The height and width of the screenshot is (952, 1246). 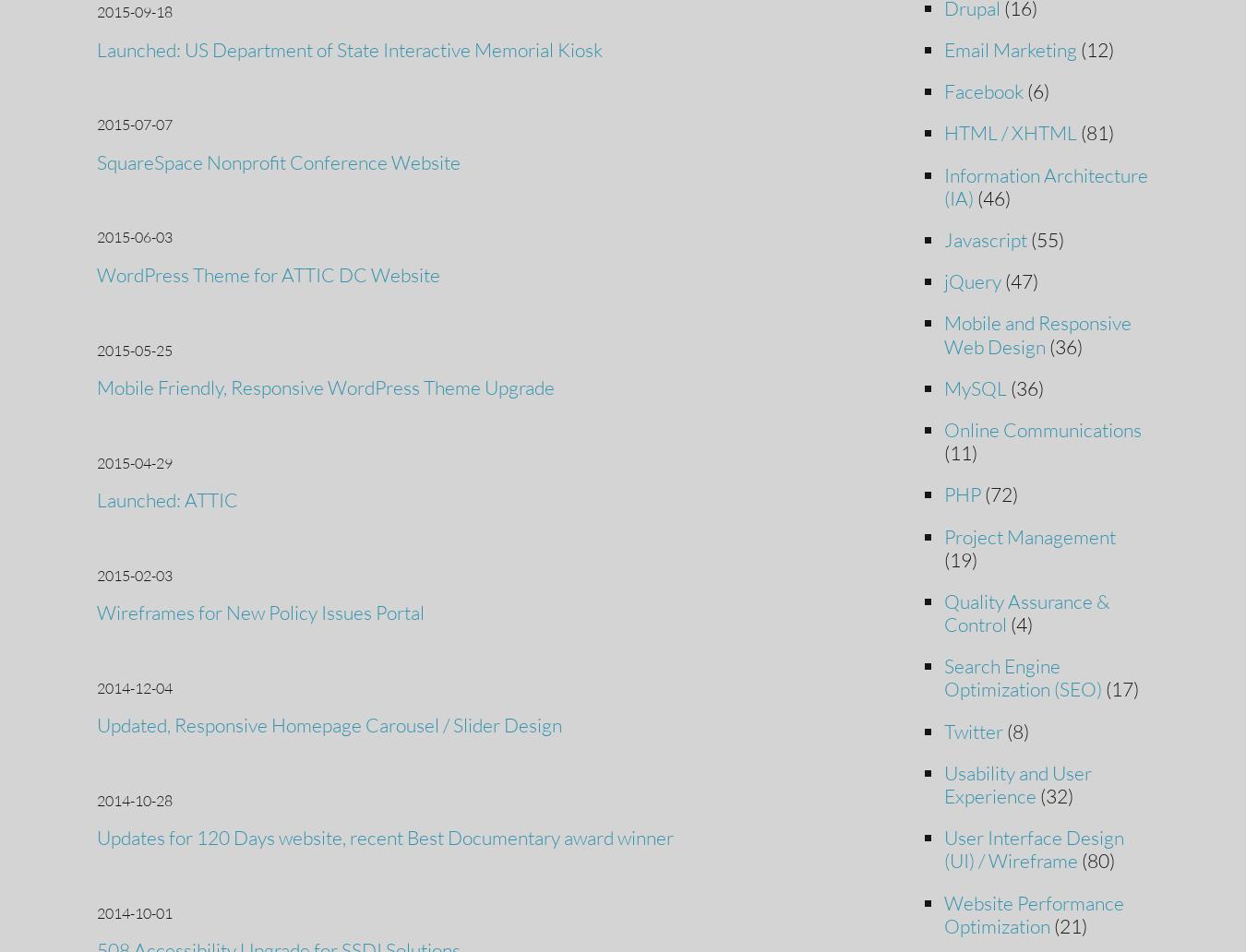 I want to click on '2015-06-03', so click(x=96, y=235).